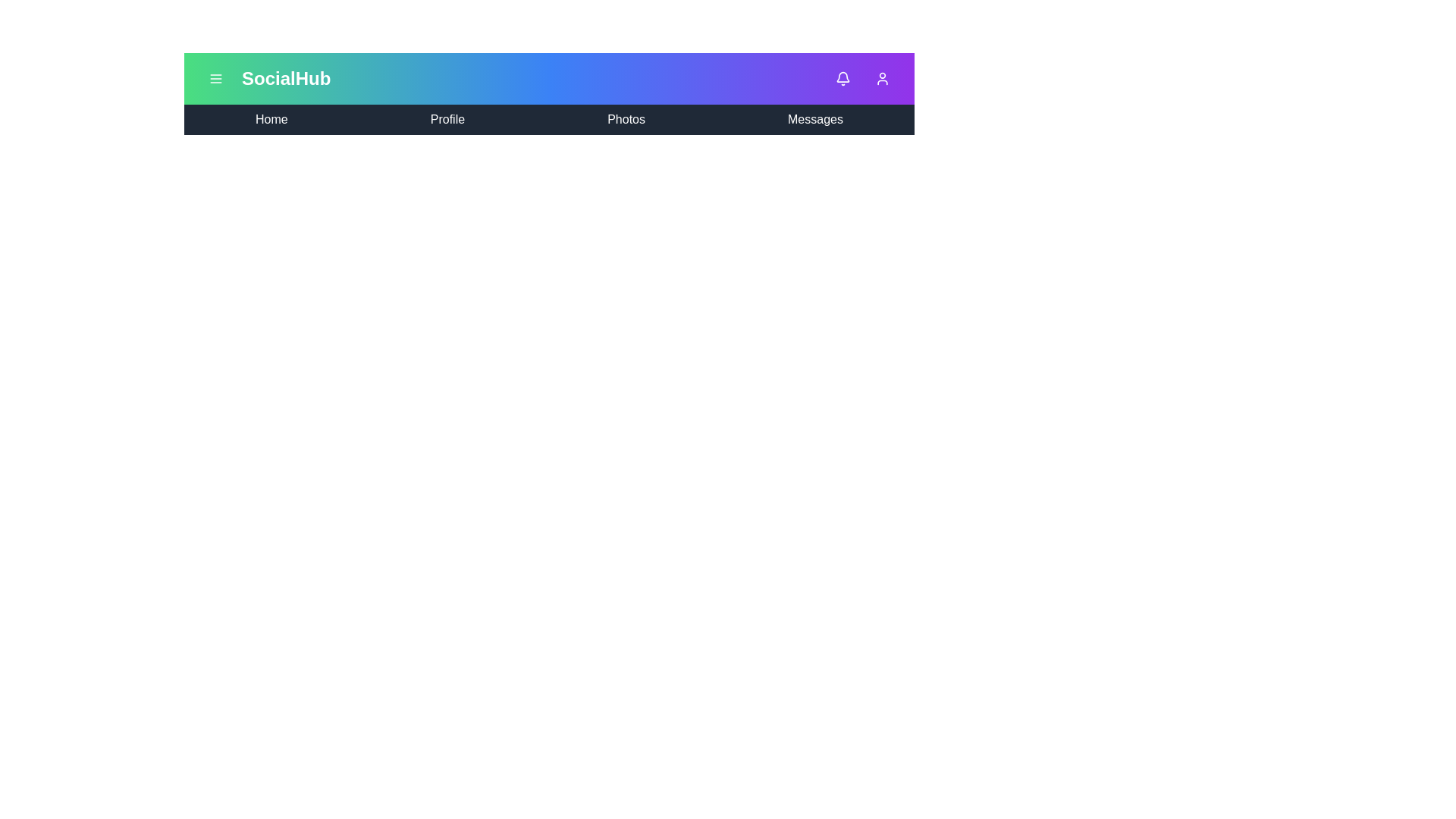 This screenshot has width=1456, height=819. Describe the element at coordinates (271, 119) in the screenshot. I see `the navigation item Home to see the hover effect` at that location.